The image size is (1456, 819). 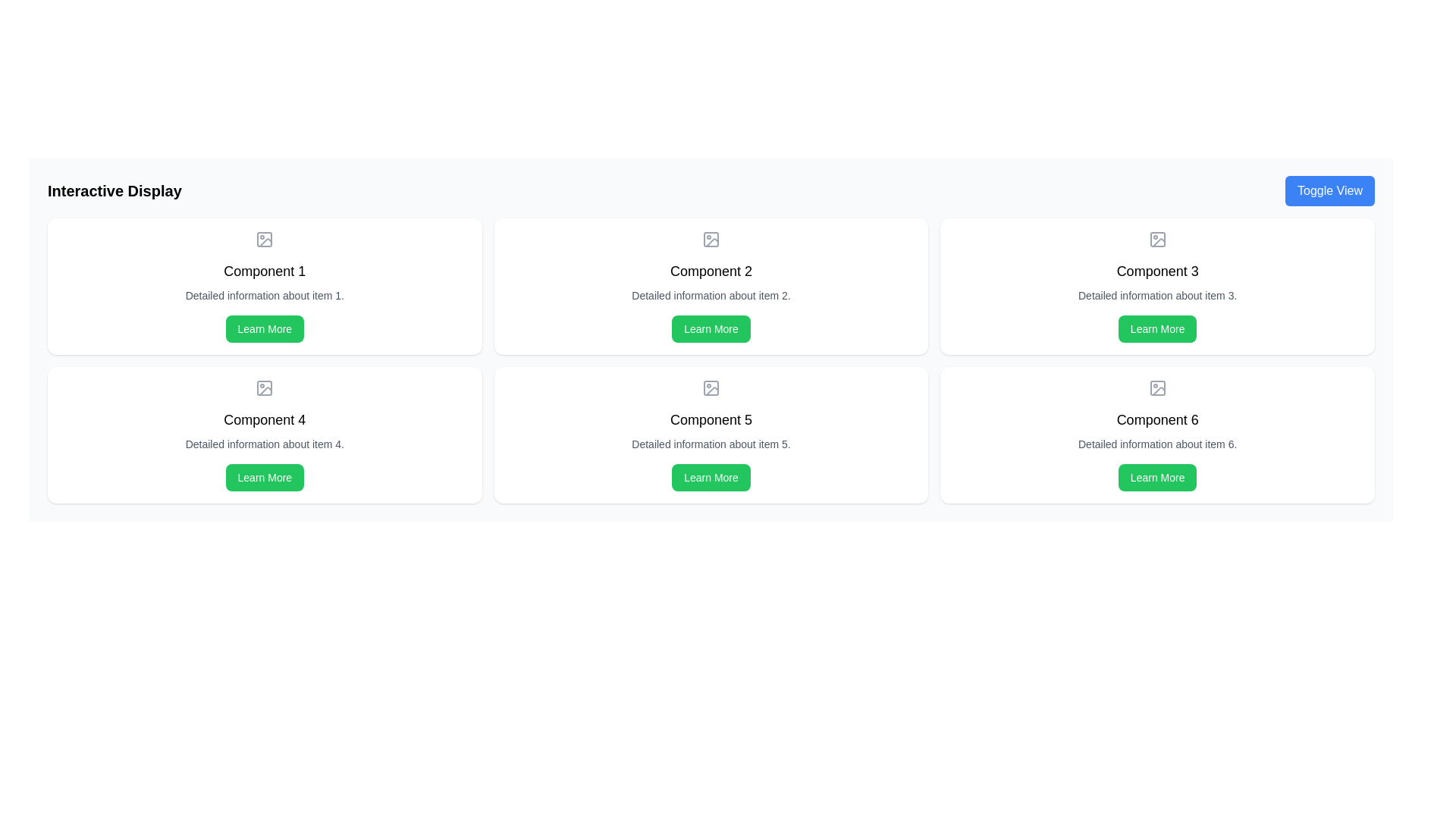 What do you see at coordinates (265, 388) in the screenshot?
I see `the SVG rectangle with rounded corners in the 'Component 4' section, which represents a missing or not loaded image` at bounding box center [265, 388].